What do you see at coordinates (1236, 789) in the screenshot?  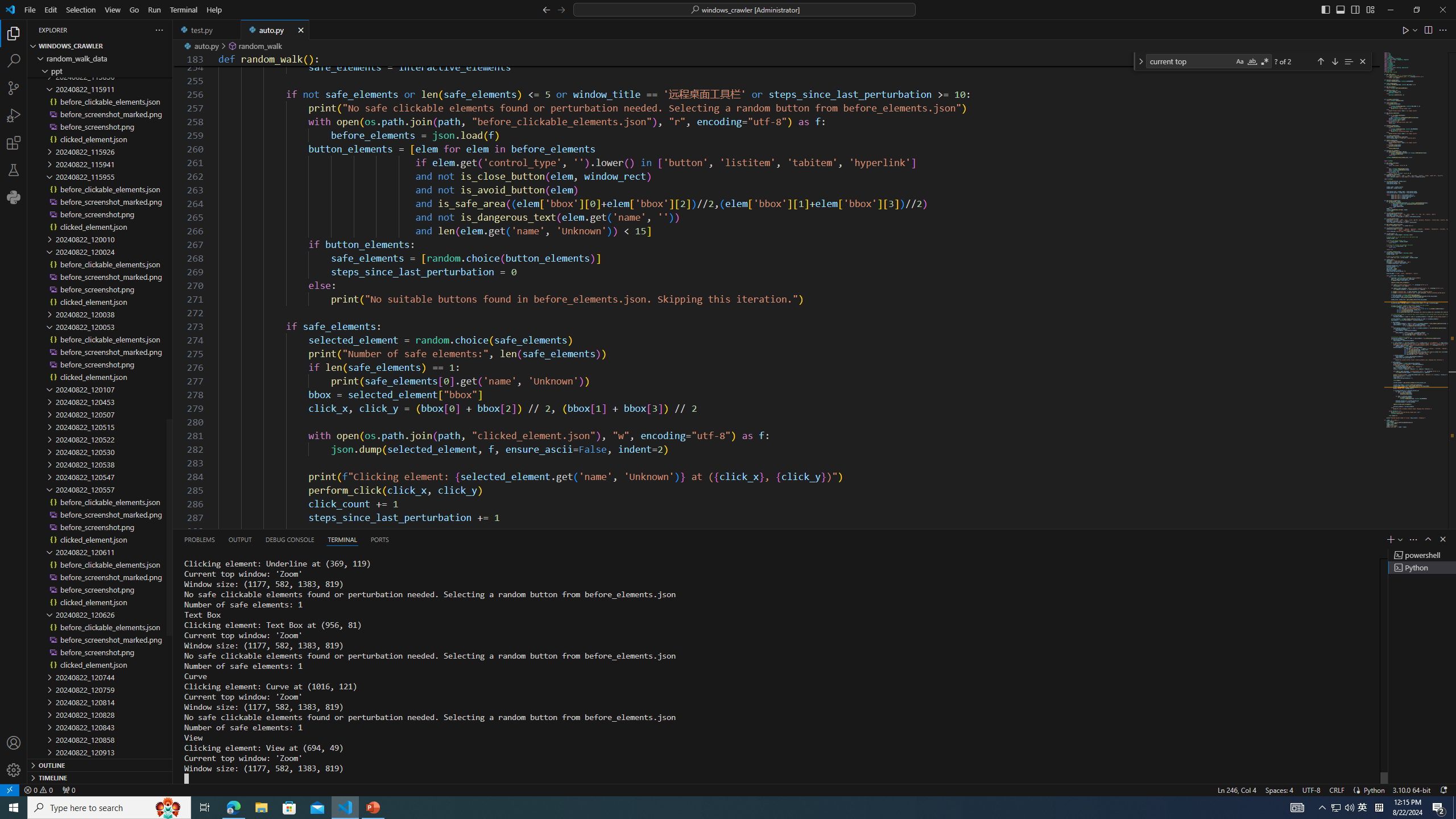 I see `'Ln 246, Col 4'` at bounding box center [1236, 789].